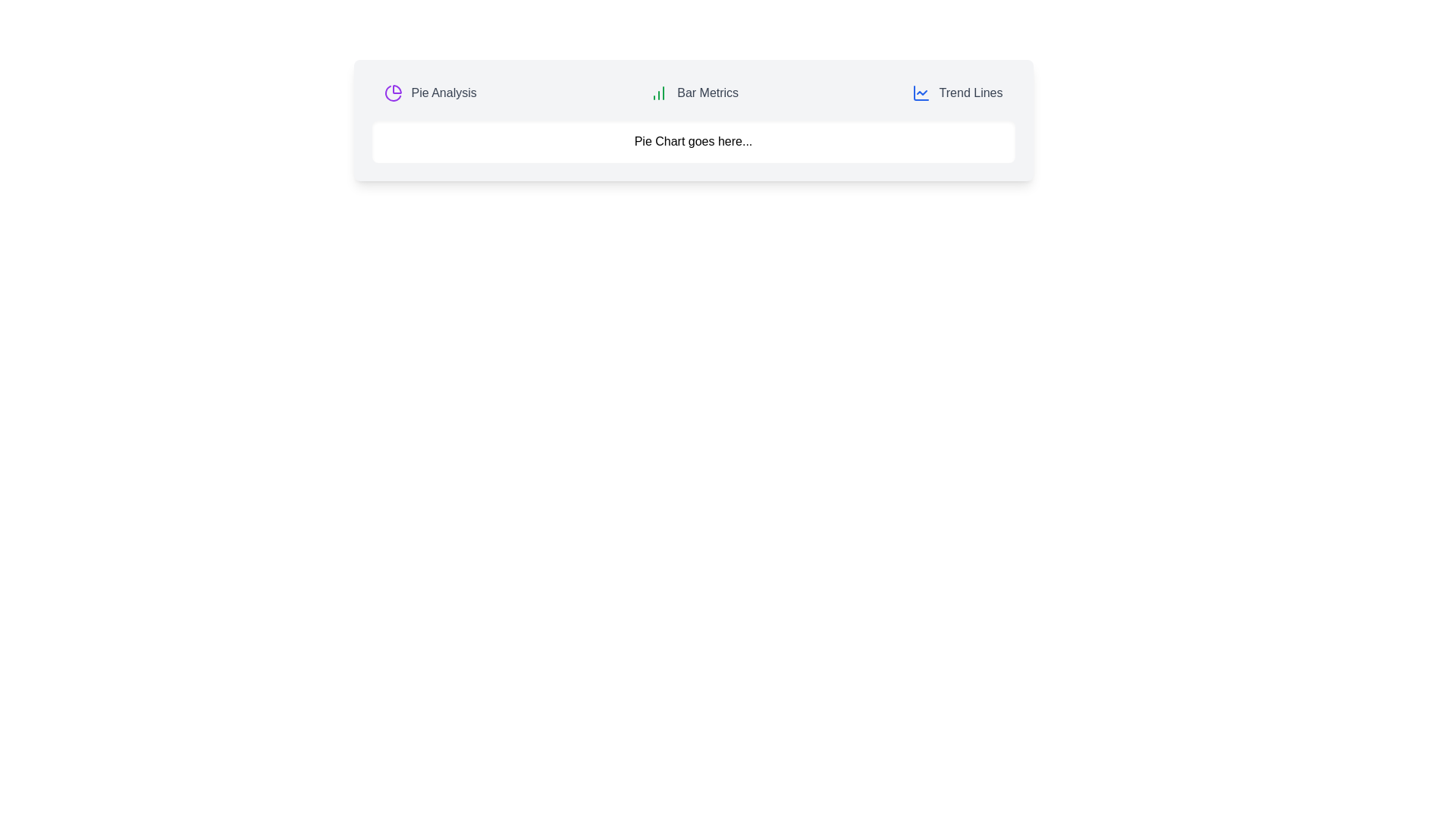 The width and height of the screenshot is (1456, 819). I want to click on the tab labeled Bar Metrics to view its hover effect, so click(693, 93).